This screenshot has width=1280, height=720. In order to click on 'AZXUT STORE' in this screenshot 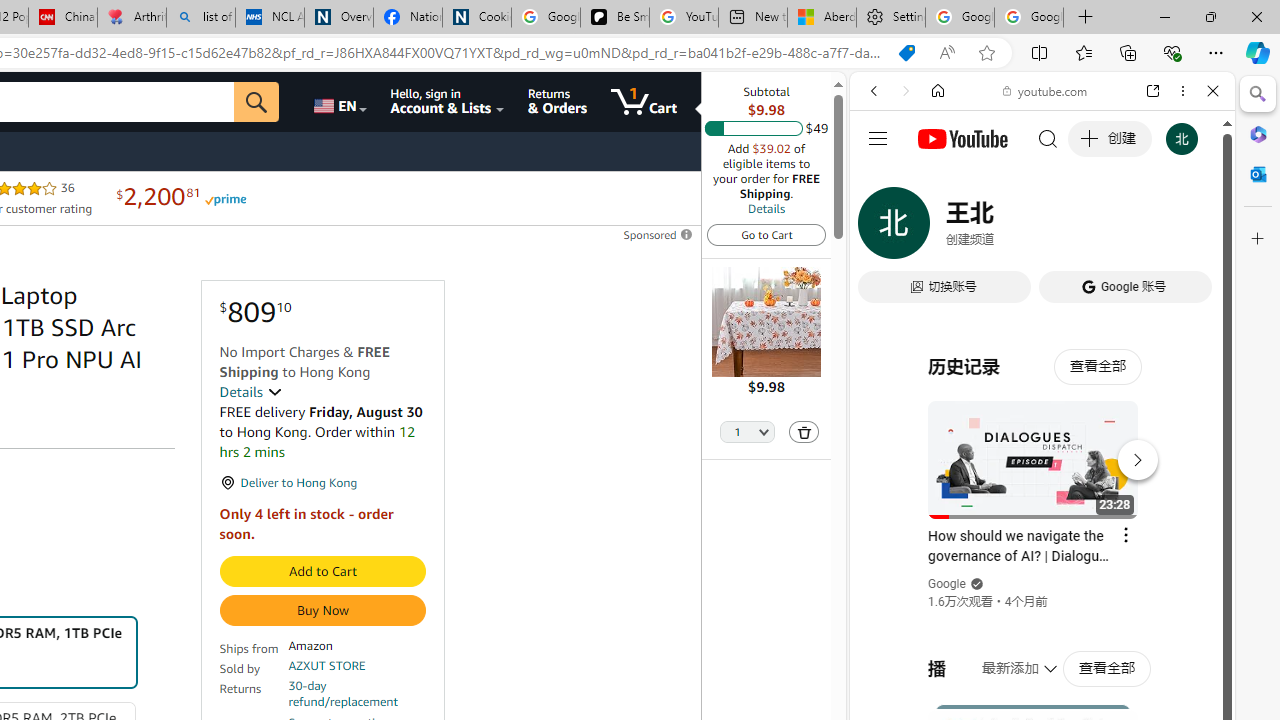, I will do `click(327, 665)`.